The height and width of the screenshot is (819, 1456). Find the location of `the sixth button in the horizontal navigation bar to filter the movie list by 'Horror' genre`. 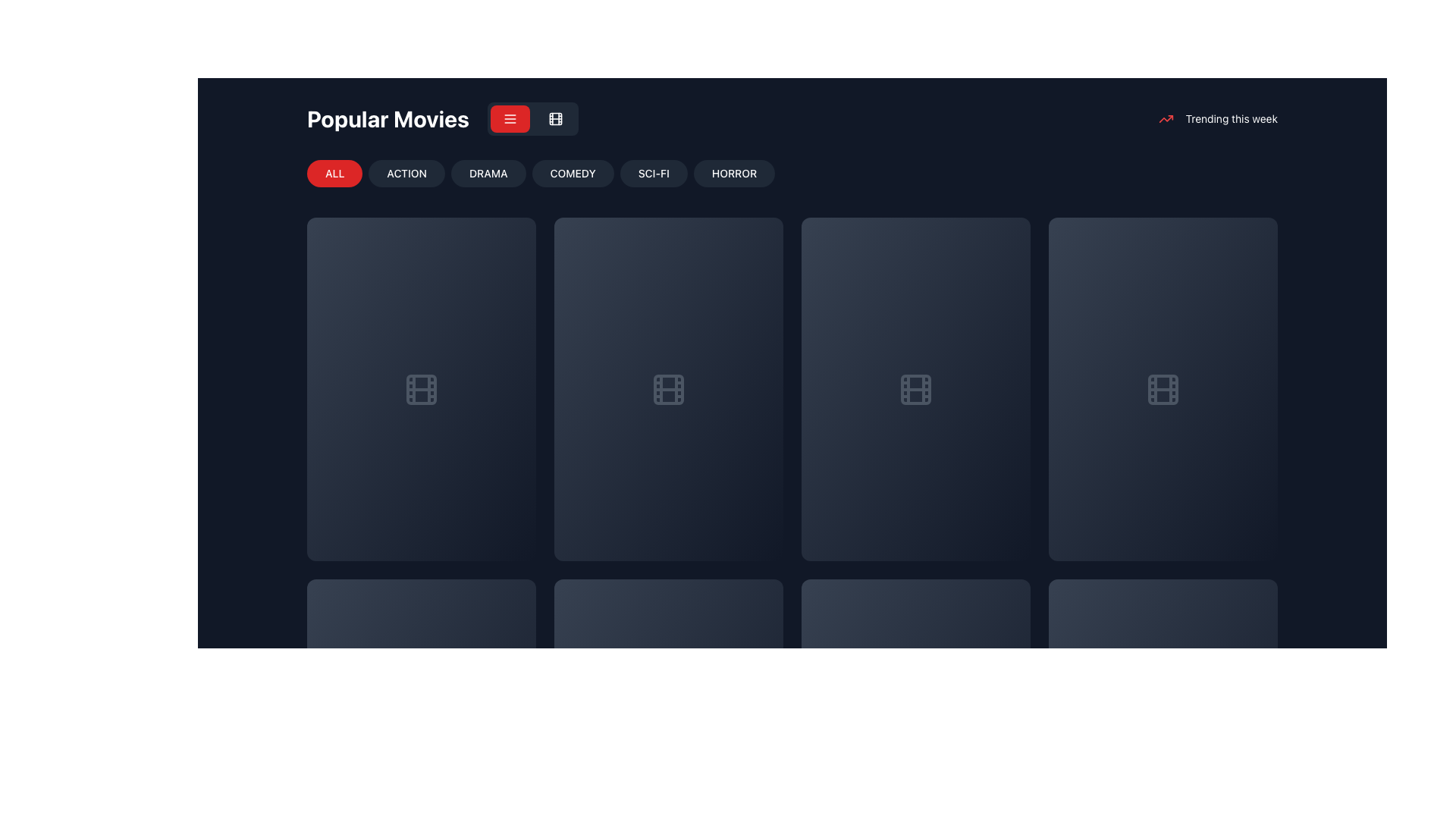

the sixth button in the horizontal navigation bar to filter the movie list by 'Horror' genre is located at coordinates (734, 172).